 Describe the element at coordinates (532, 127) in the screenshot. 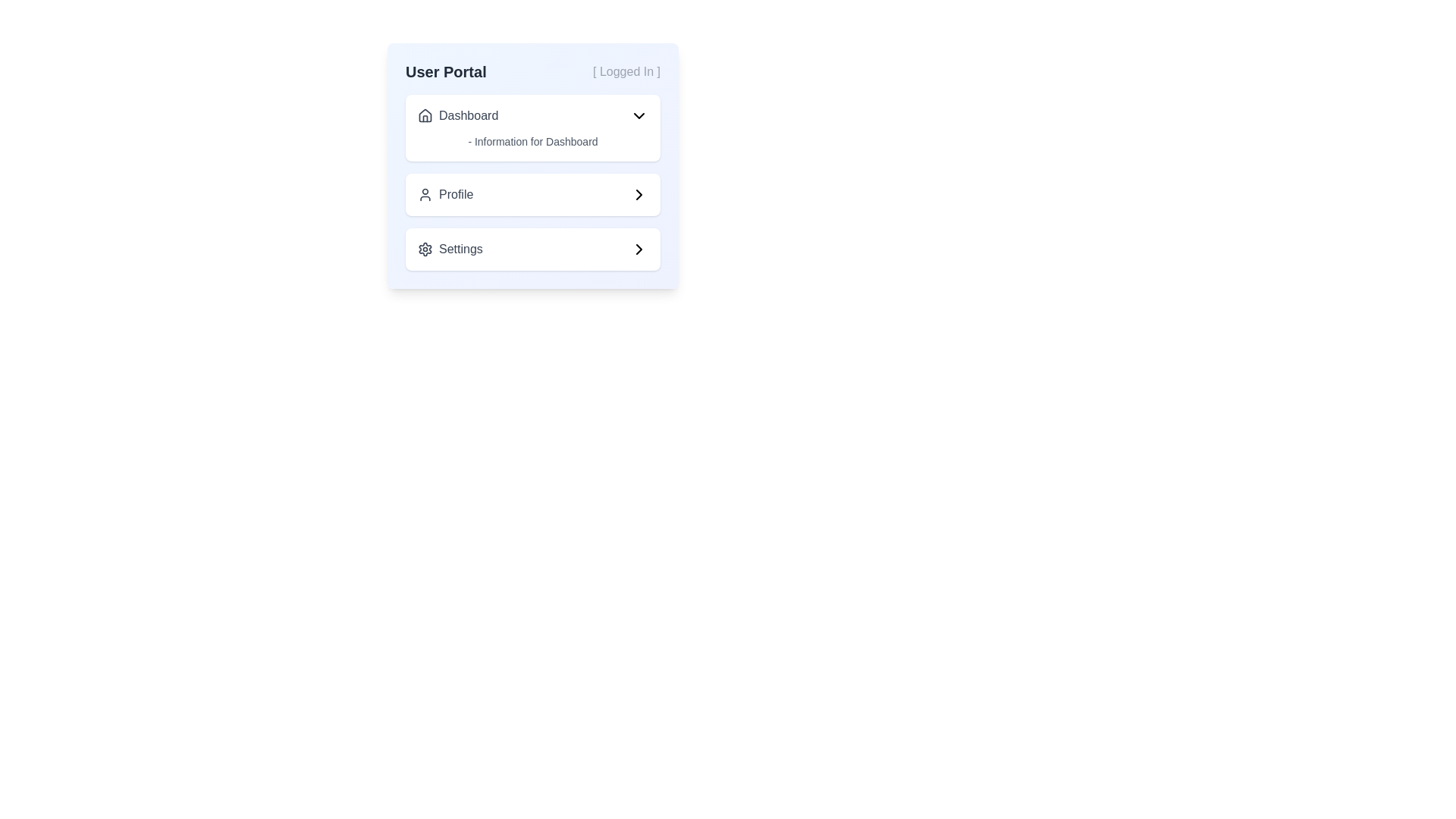

I see `information displayed within the Dashboard card or informational panel, which is the first element in the vertical list above the Profile and Settings elements` at that location.